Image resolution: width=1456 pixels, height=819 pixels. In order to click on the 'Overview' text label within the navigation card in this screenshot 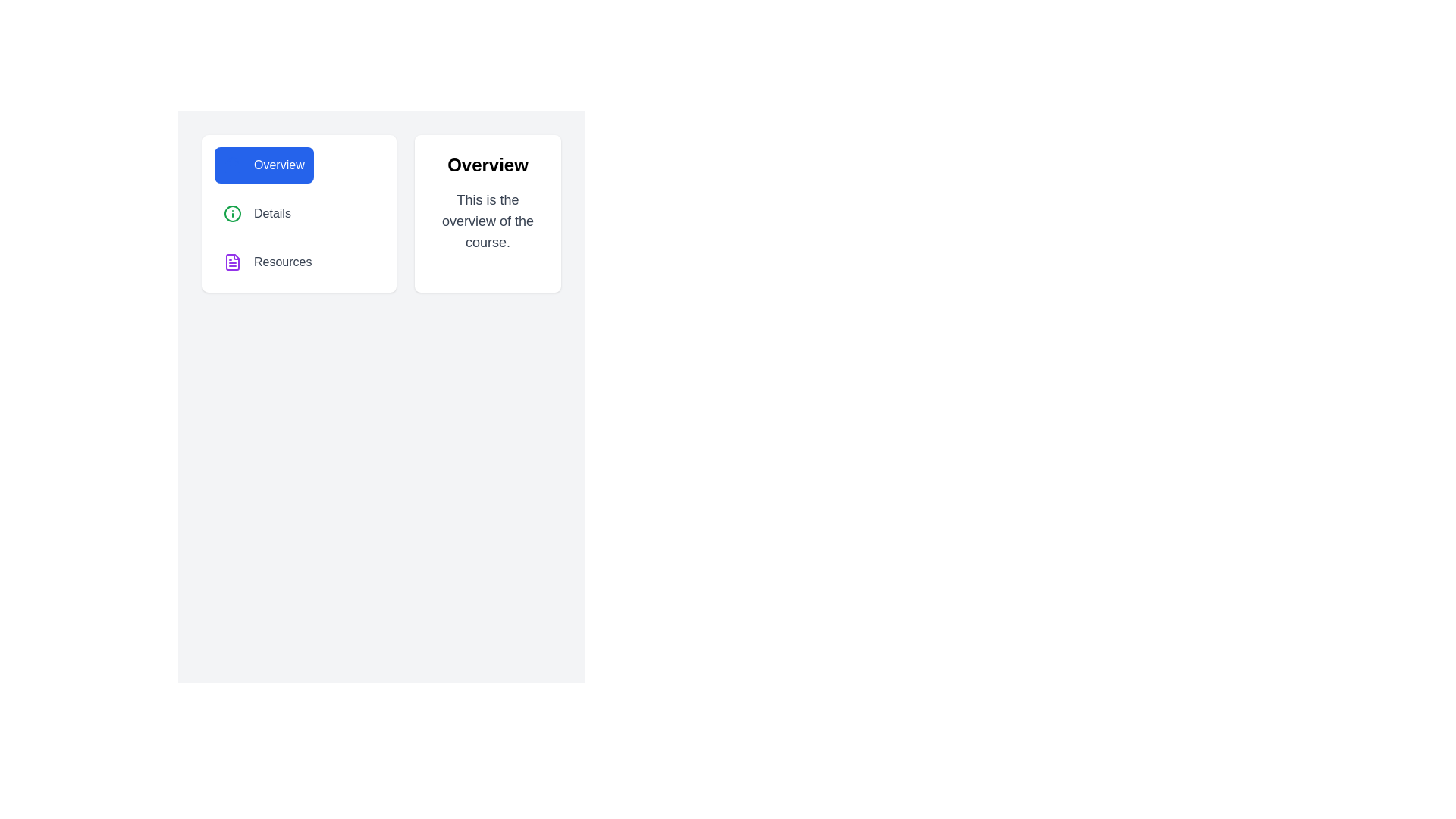, I will do `click(279, 165)`.